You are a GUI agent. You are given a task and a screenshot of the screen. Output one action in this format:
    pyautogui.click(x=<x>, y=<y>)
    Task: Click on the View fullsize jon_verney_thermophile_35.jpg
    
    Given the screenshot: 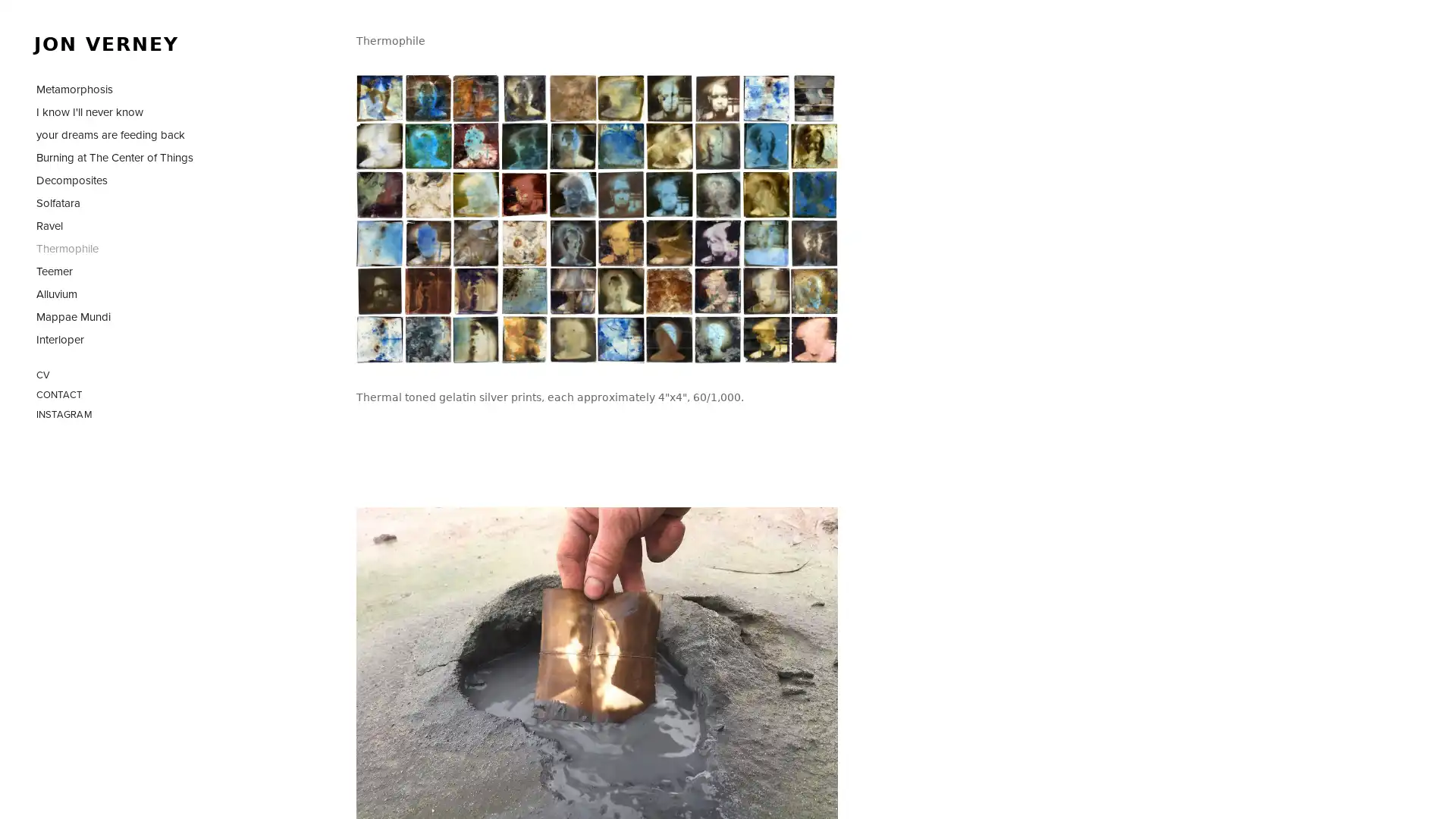 What is the action you would take?
    pyautogui.click(x=524, y=97)
    